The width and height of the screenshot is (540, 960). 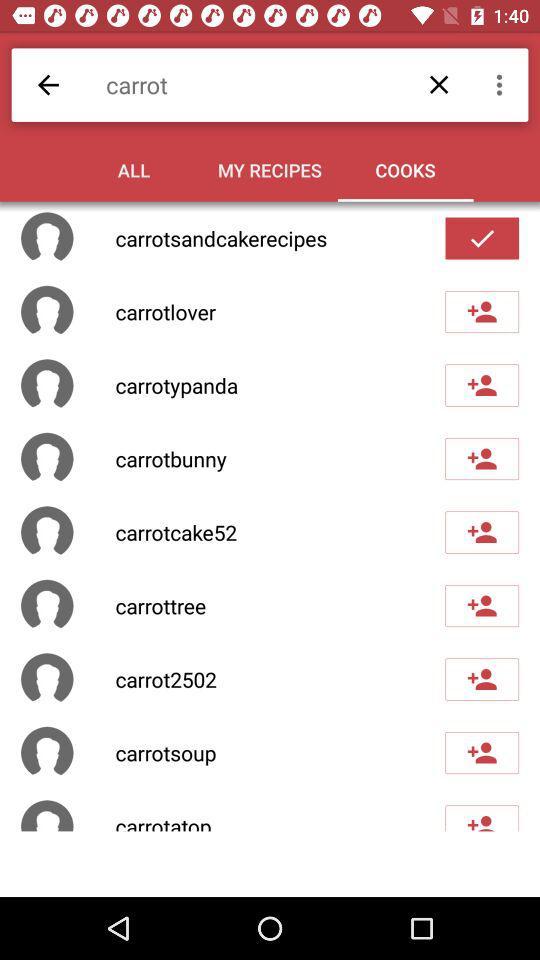 I want to click on recipe, so click(x=481, y=752).